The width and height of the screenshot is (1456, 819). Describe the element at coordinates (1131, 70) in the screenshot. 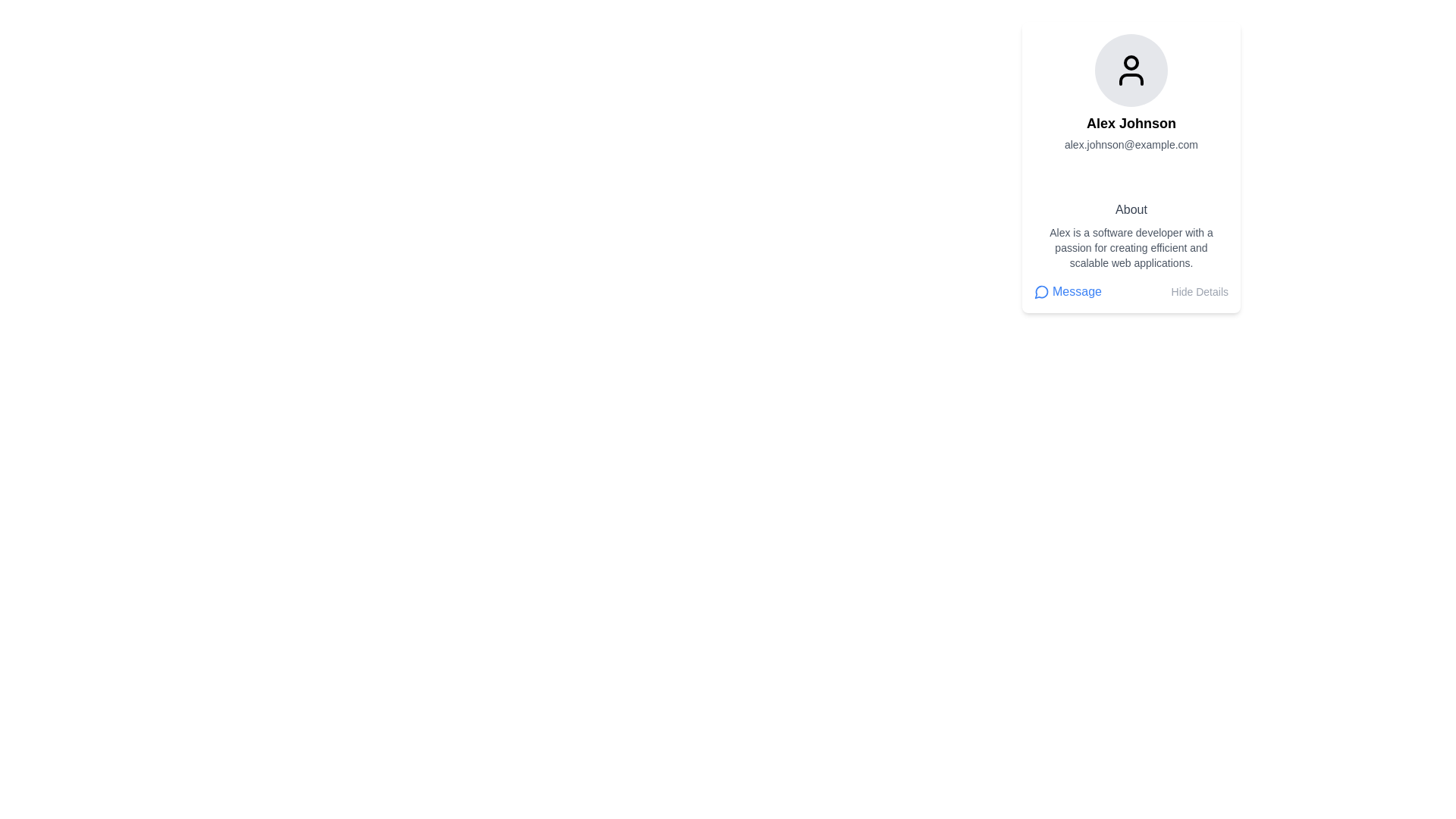

I see `the user profile picture placeholder icon located at the top center of the user profile card` at that location.